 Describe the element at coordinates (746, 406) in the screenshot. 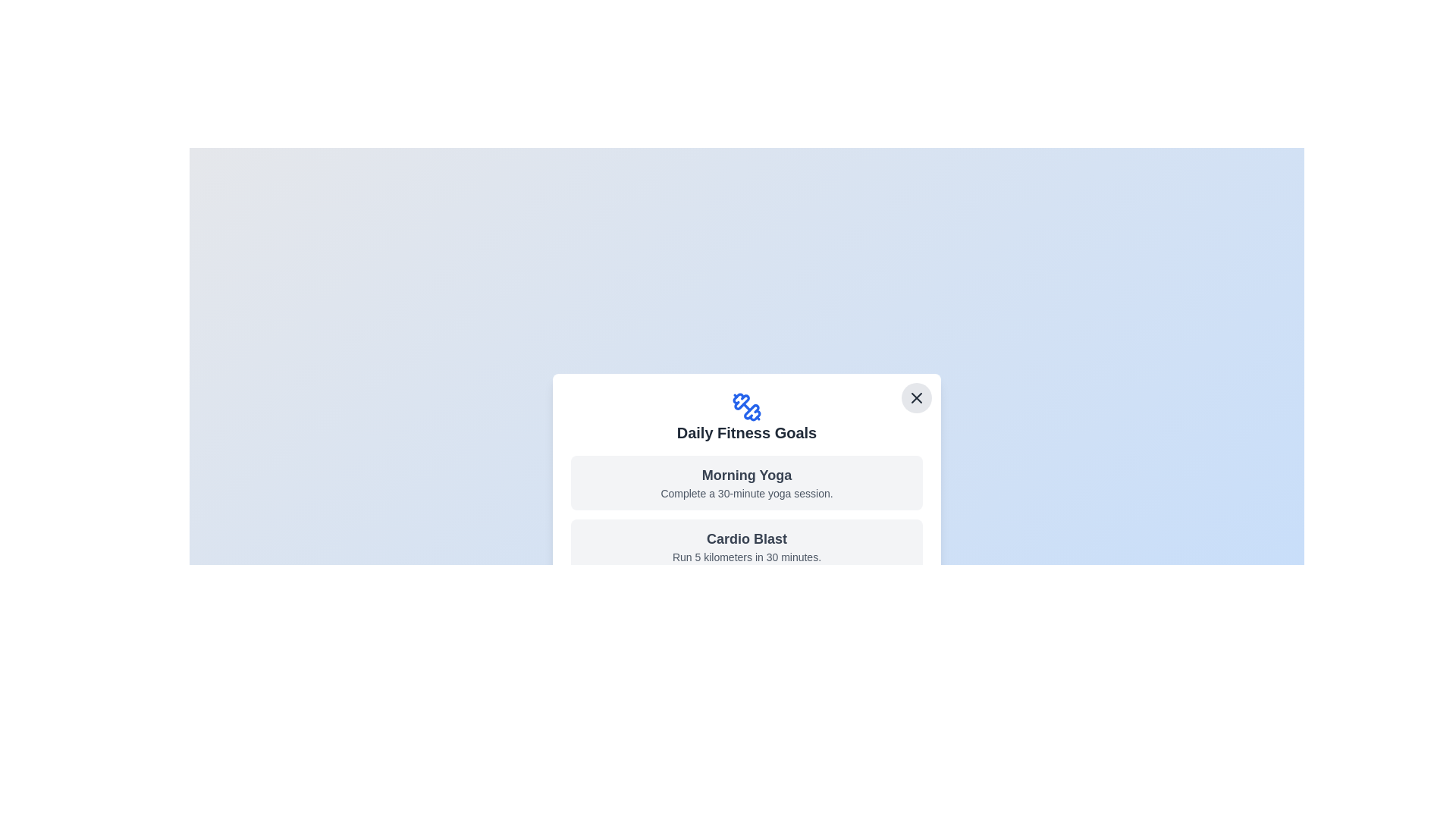

I see `the blue dumbbell icon located centrally above the header titled 'Daily Fitness Goals'` at that location.